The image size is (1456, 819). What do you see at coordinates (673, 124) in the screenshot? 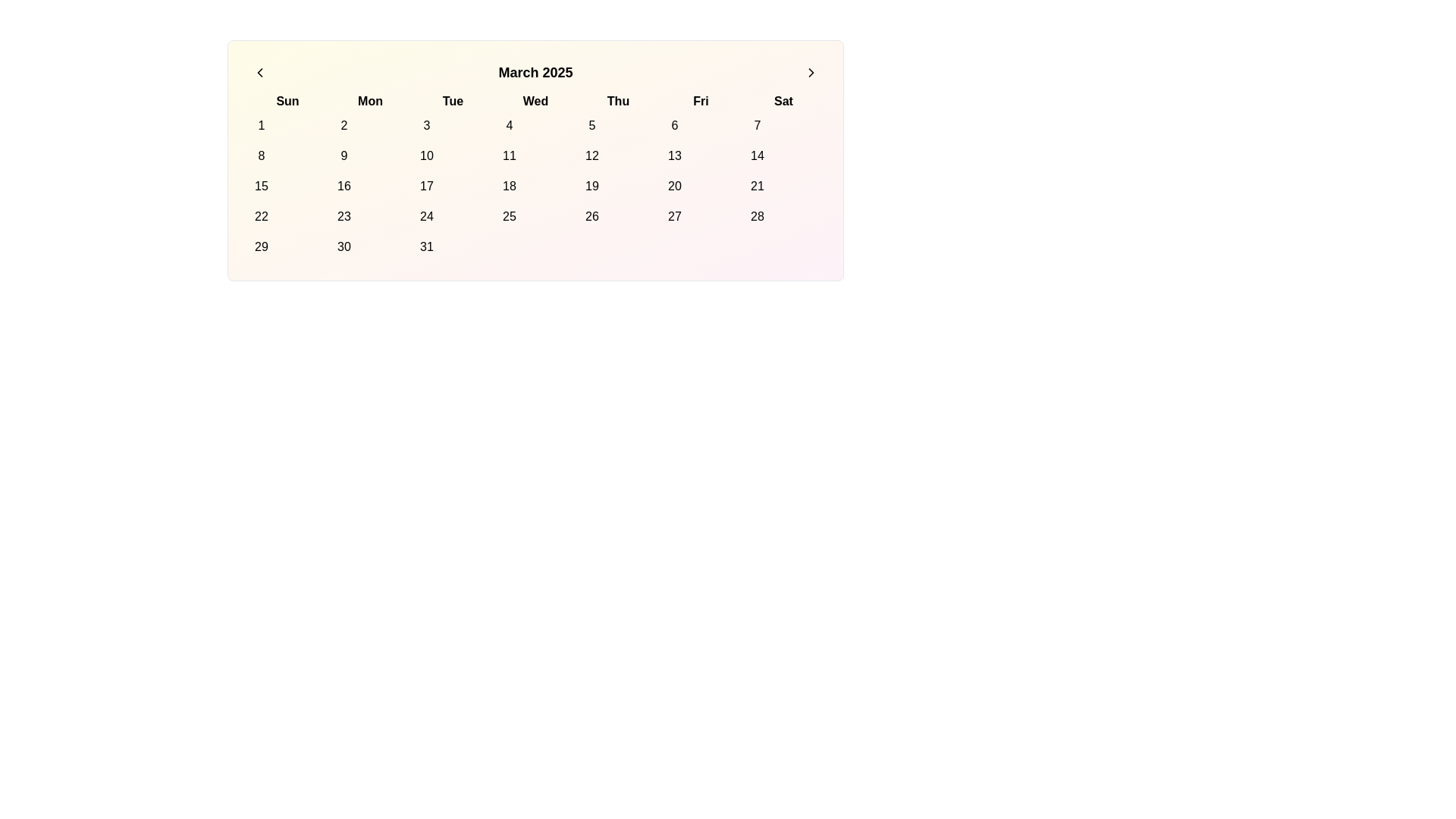
I see `the button representing the sixth day of the month in the calendar view, located in the top row under the 'Fri' column` at bounding box center [673, 124].